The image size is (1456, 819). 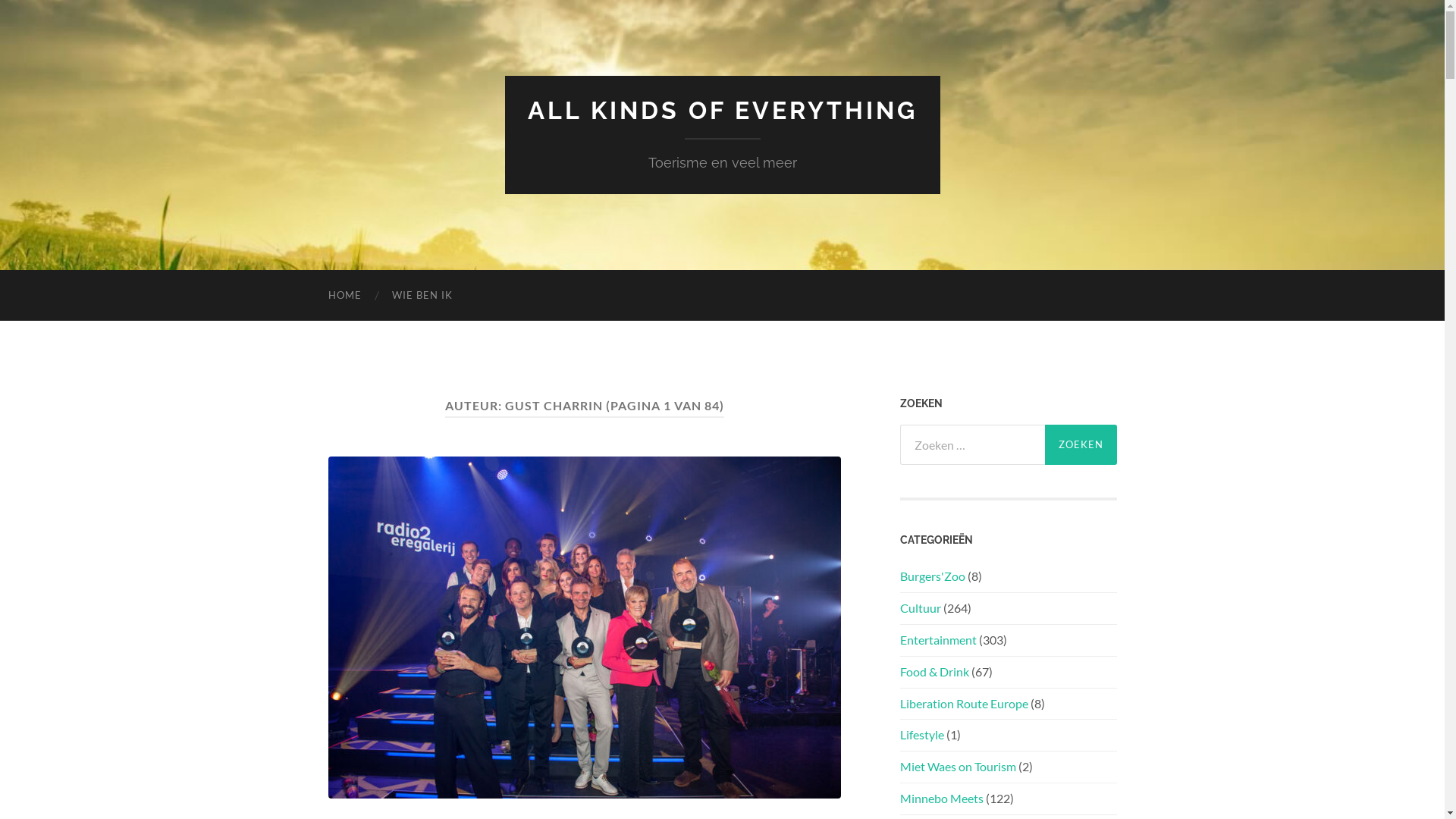 What do you see at coordinates (722, 109) in the screenshot?
I see `'ALL KINDS OF EVERYTHING'` at bounding box center [722, 109].